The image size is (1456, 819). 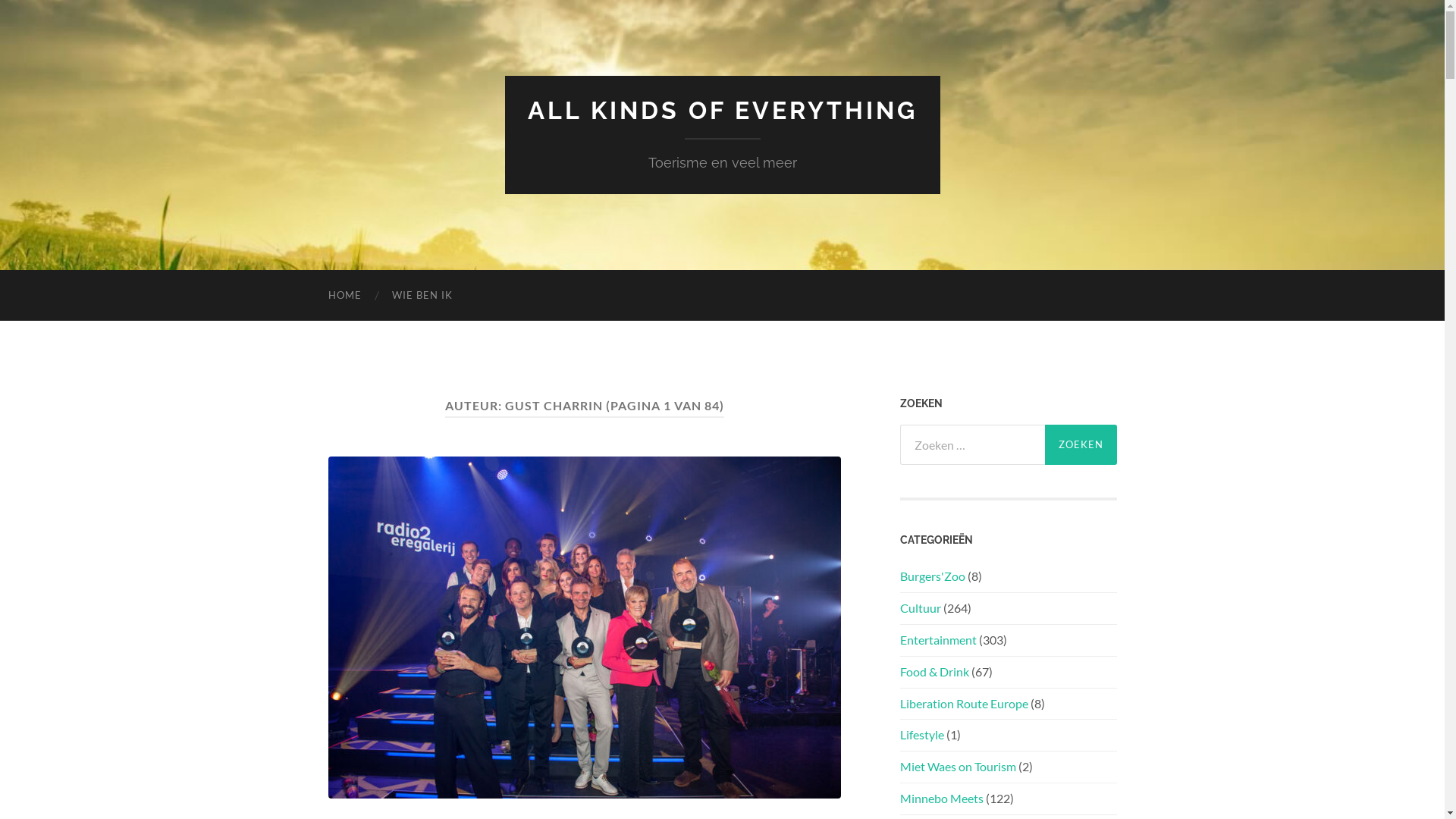 What do you see at coordinates (722, 109) in the screenshot?
I see `'ALL KINDS OF EVERYTHING'` at bounding box center [722, 109].